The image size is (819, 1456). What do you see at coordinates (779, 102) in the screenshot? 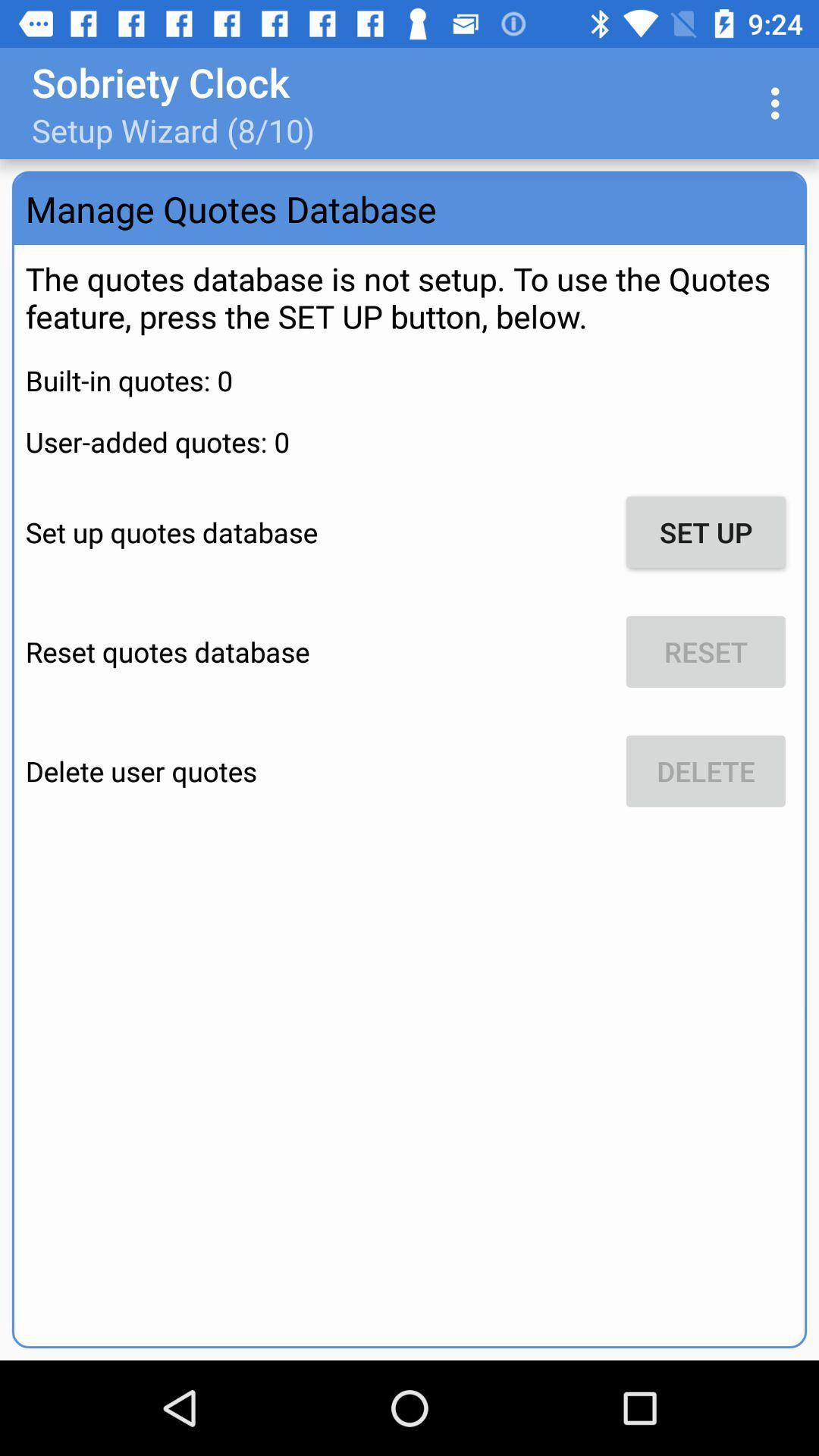
I see `icon to the right of setup wizard 8 icon` at bounding box center [779, 102].